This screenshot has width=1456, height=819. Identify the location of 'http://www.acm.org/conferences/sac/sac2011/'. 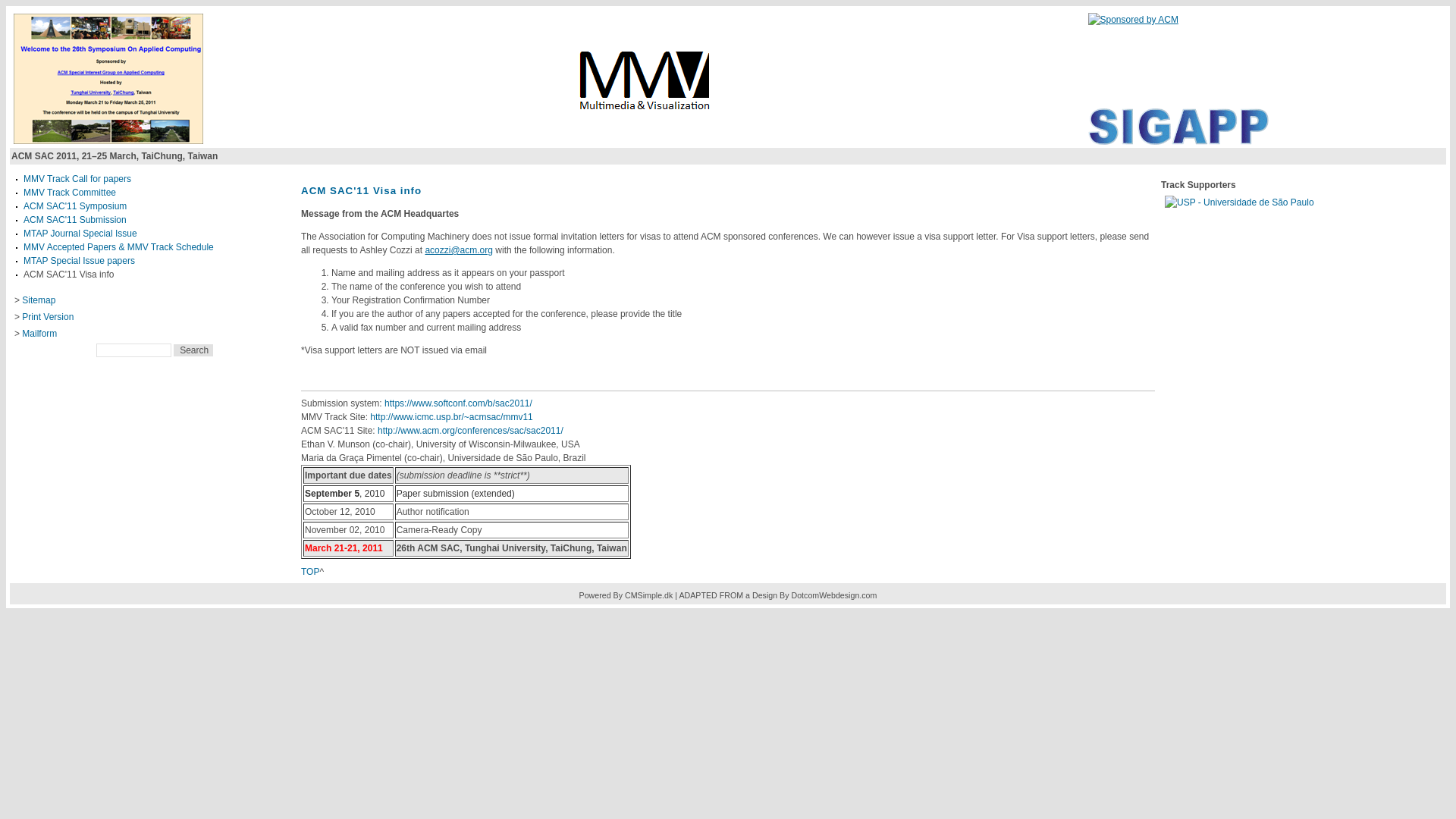
(469, 430).